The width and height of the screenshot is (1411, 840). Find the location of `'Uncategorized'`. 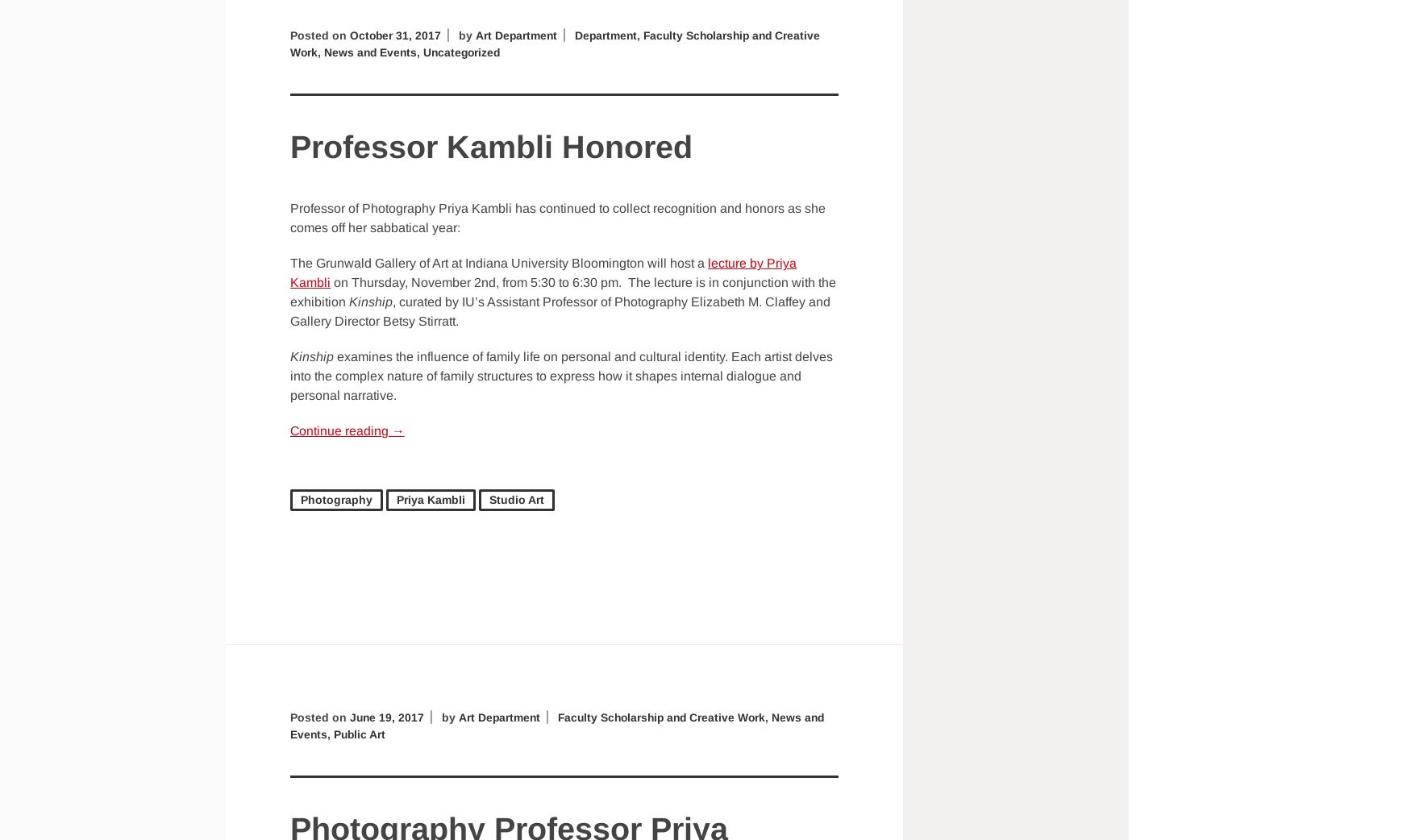

'Uncategorized' is located at coordinates (466, 52).